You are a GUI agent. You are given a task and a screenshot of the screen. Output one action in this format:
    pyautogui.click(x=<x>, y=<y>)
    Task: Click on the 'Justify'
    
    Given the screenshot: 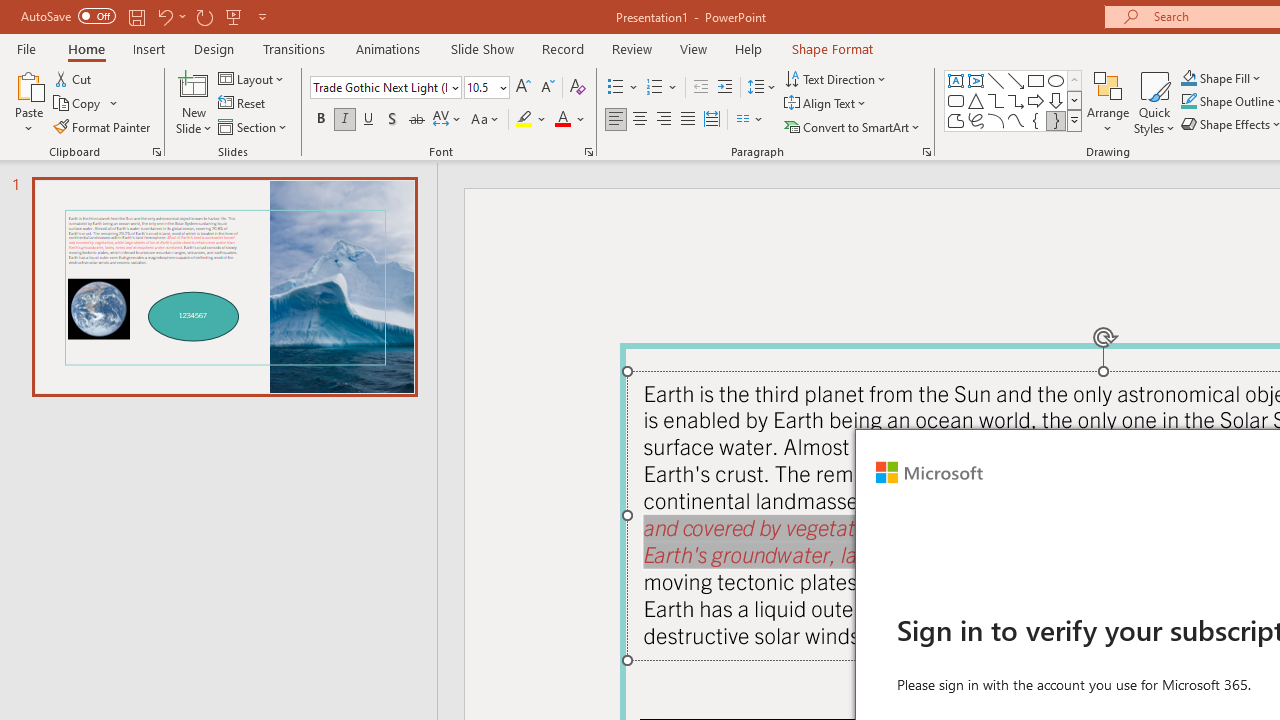 What is the action you would take?
    pyautogui.click(x=688, y=119)
    